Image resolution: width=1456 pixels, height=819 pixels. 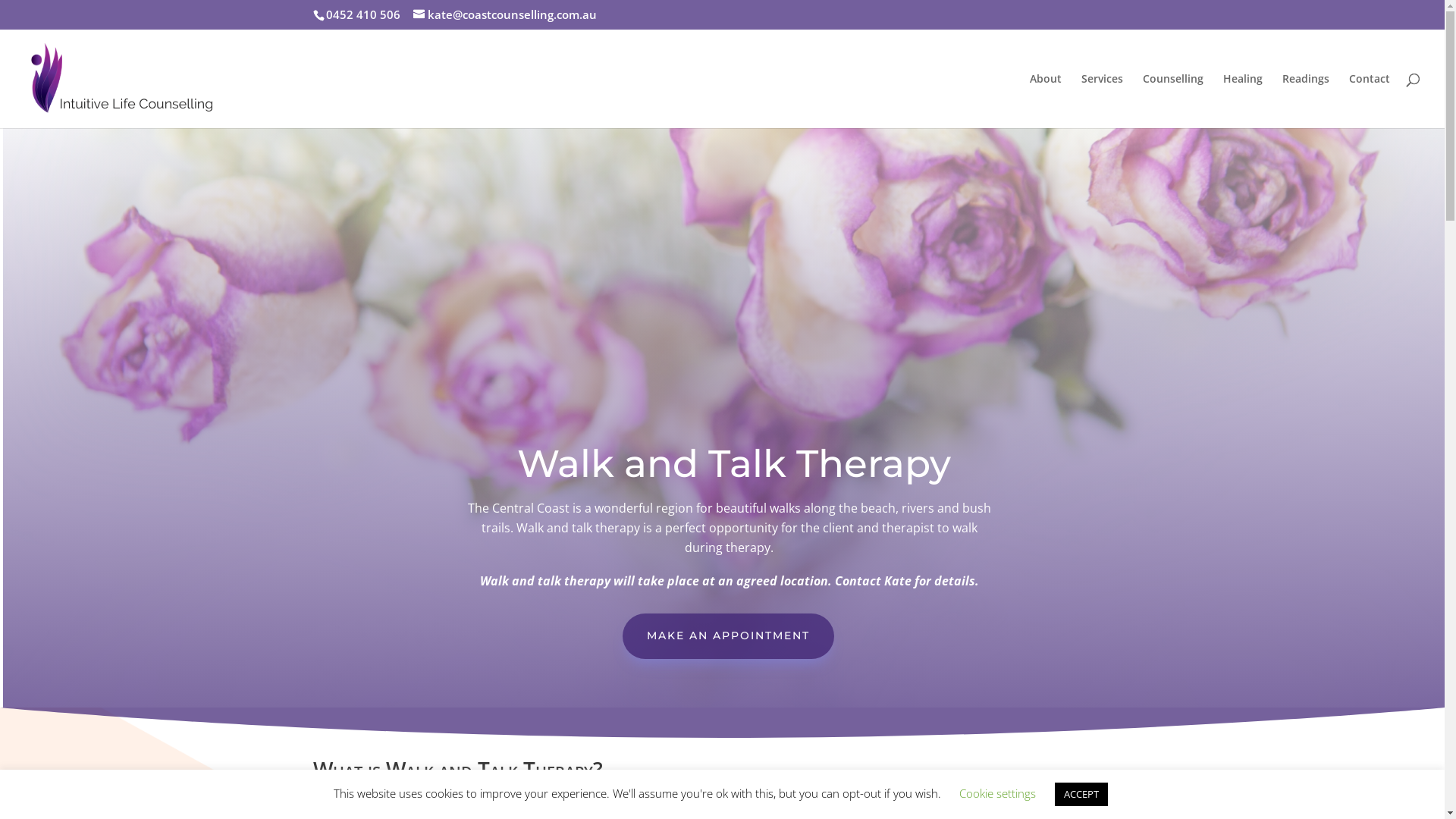 What do you see at coordinates (1172, 99) in the screenshot?
I see `'Counselling'` at bounding box center [1172, 99].